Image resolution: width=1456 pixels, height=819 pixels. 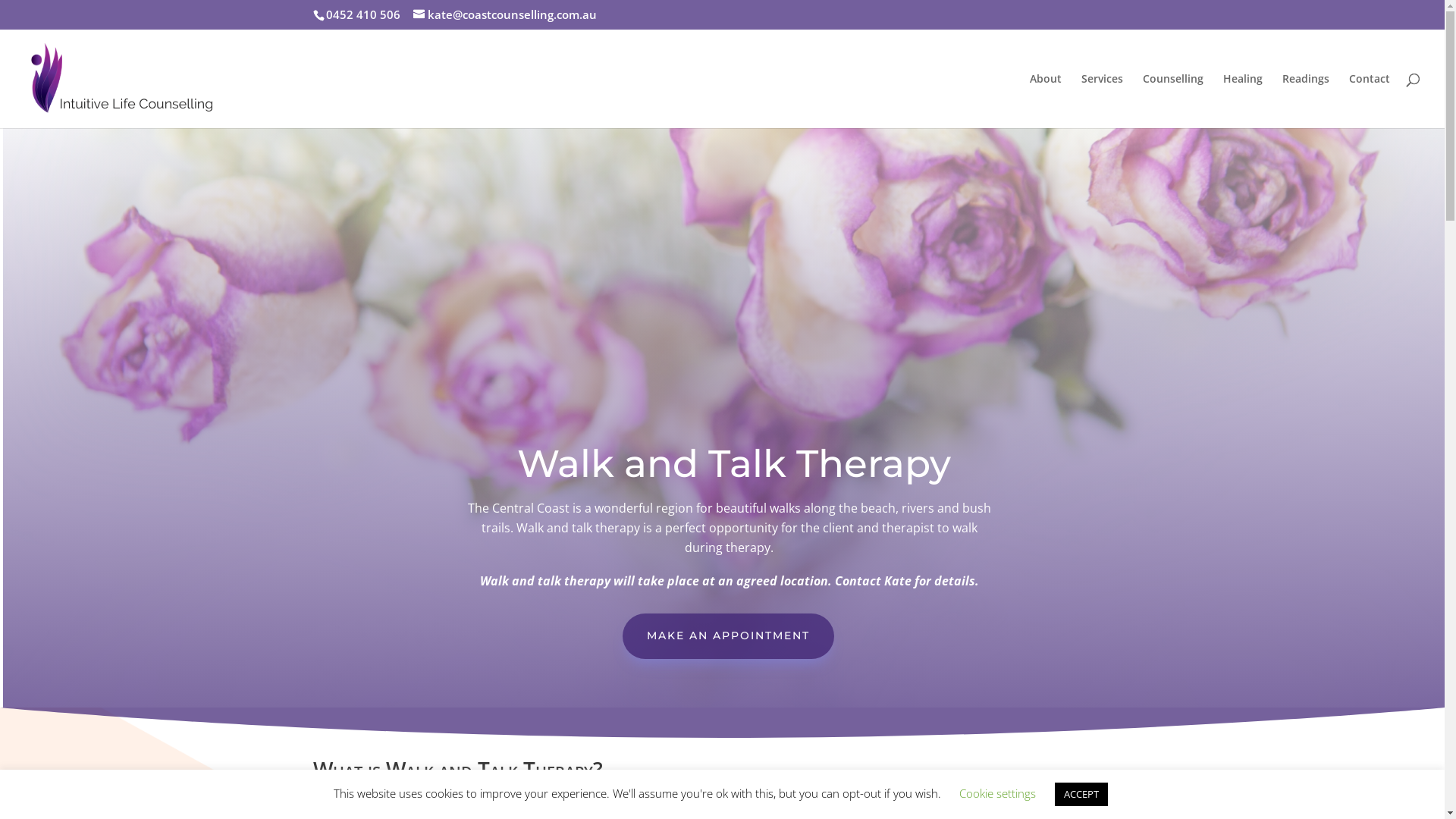 What do you see at coordinates (1172, 99) in the screenshot?
I see `'Counselling'` at bounding box center [1172, 99].